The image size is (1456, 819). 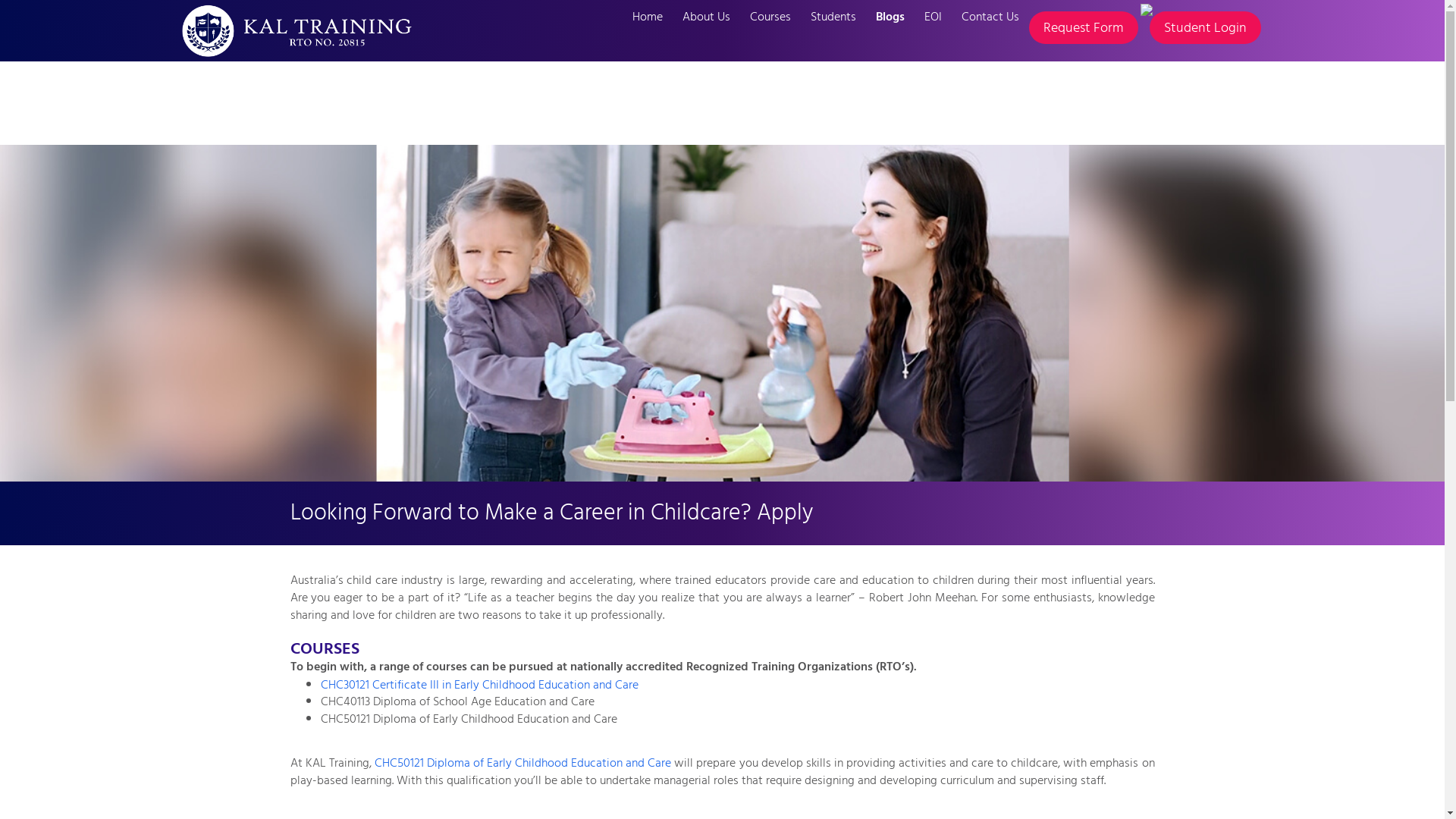 What do you see at coordinates (1204, 27) in the screenshot?
I see `'Student Login'` at bounding box center [1204, 27].